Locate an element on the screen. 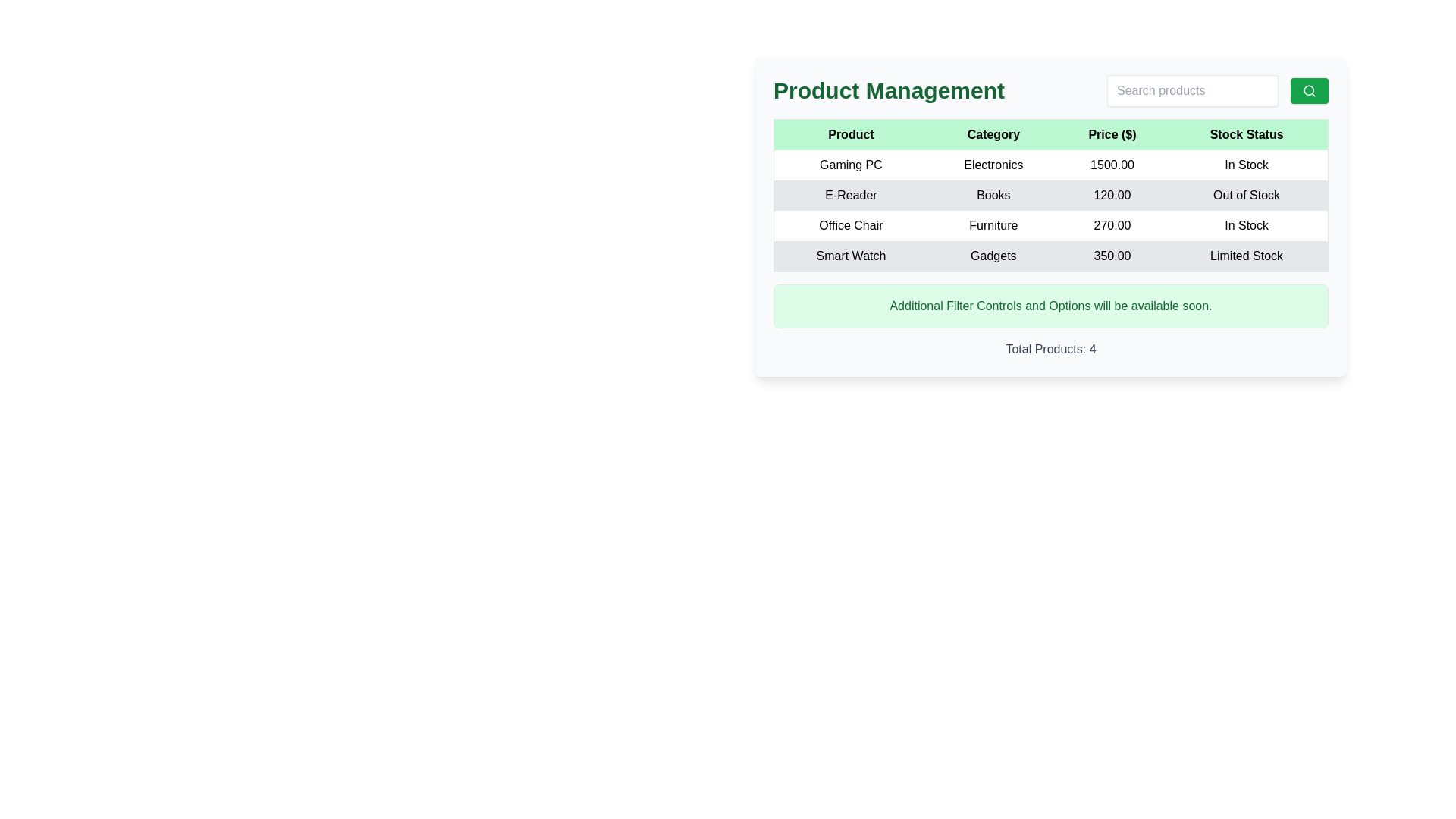  the text label displaying 'In Stock' which is located in the fourth column of the row for the product 'Office Chair' in the table layout is located at coordinates (1247, 225).